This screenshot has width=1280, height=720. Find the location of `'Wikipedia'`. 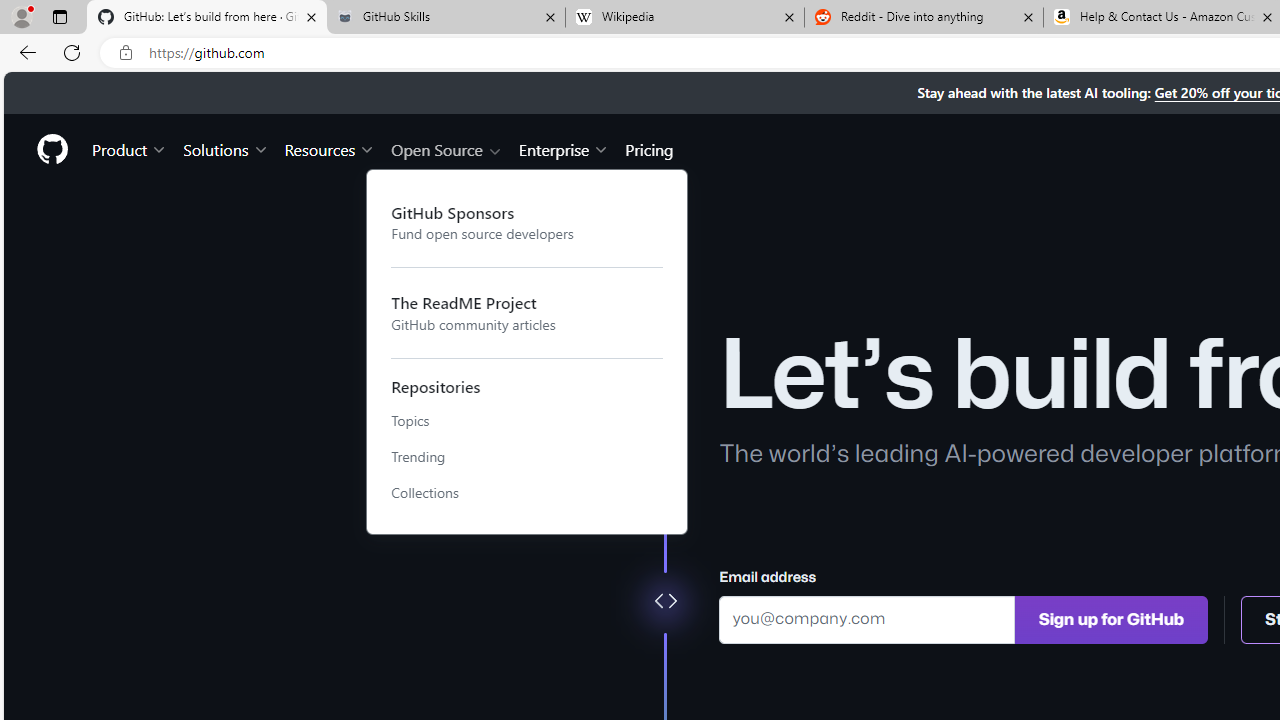

'Wikipedia' is located at coordinates (684, 17).